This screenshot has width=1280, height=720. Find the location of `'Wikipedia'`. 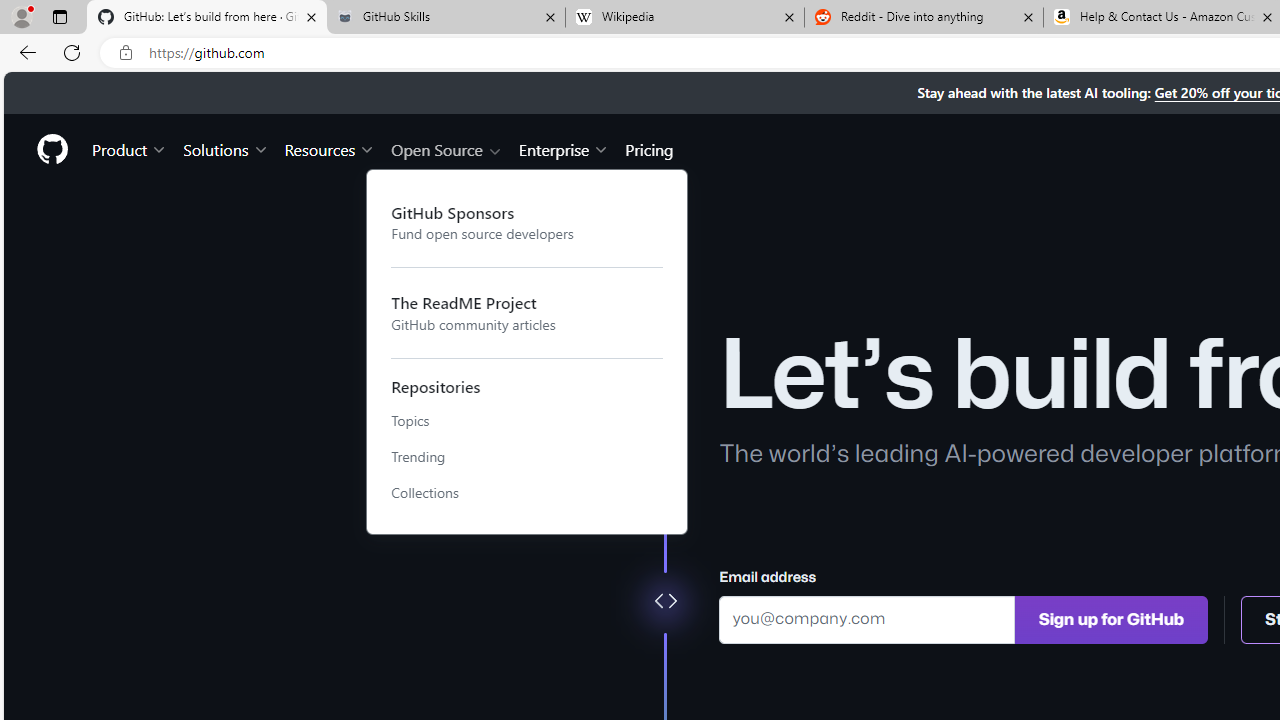

'Wikipedia' is located at coordinates (684, 17).